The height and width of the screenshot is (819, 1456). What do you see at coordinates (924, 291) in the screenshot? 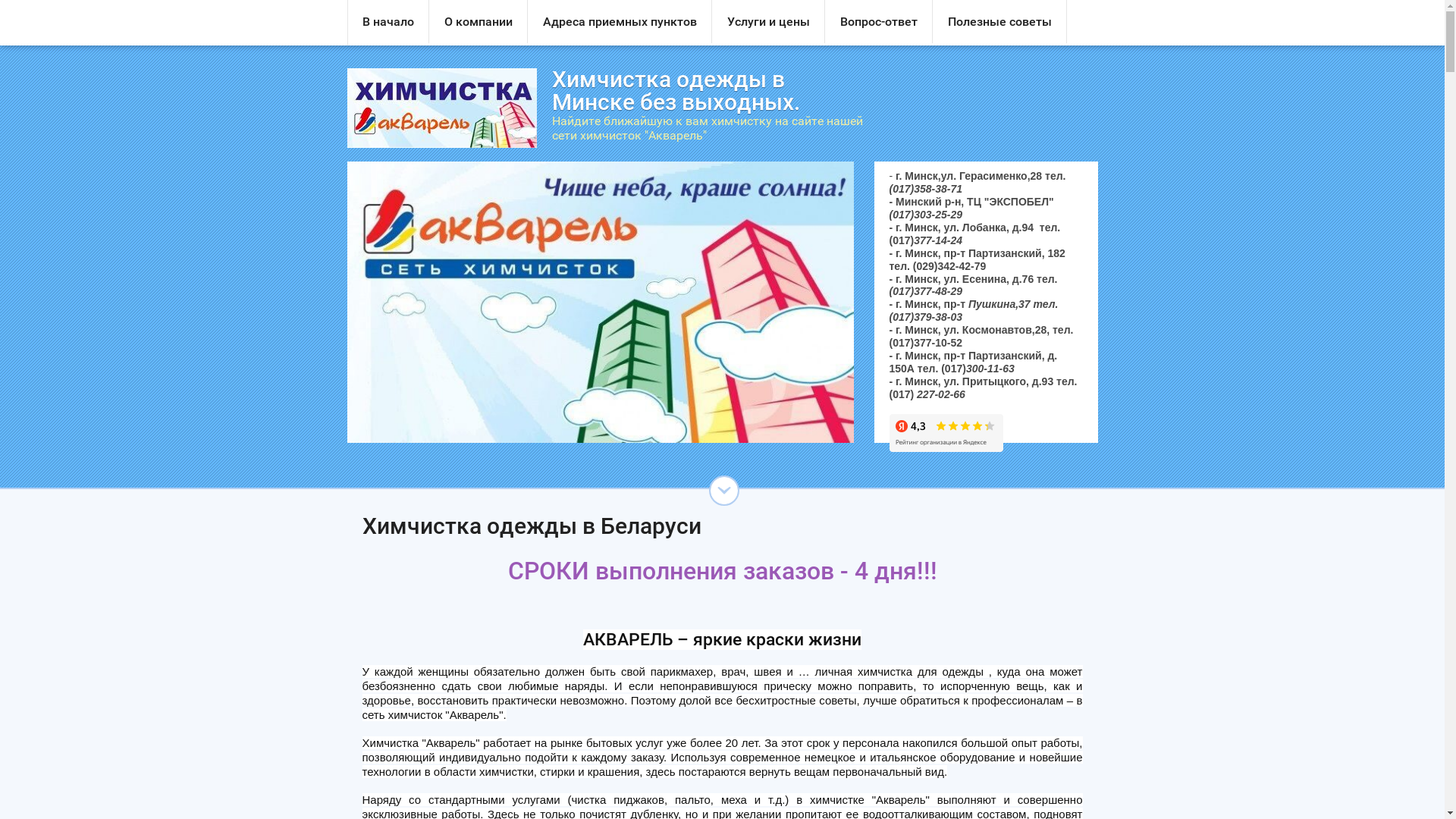
I see `'(017)377-48-29'` at bounding box center [924, 291].